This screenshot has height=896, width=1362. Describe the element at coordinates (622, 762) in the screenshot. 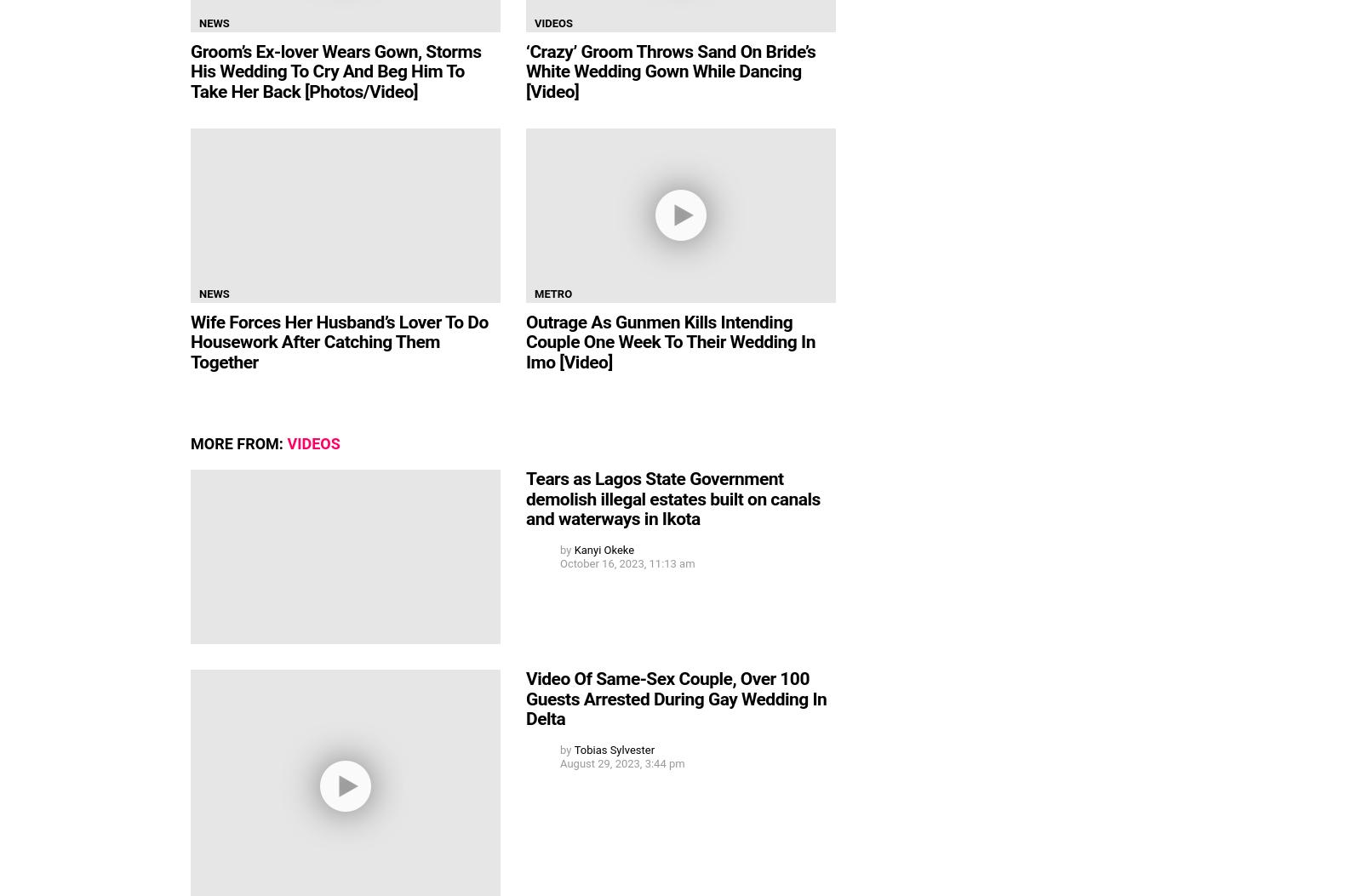

I see `'August 29, 2023, 3:44 pm'` at that location.